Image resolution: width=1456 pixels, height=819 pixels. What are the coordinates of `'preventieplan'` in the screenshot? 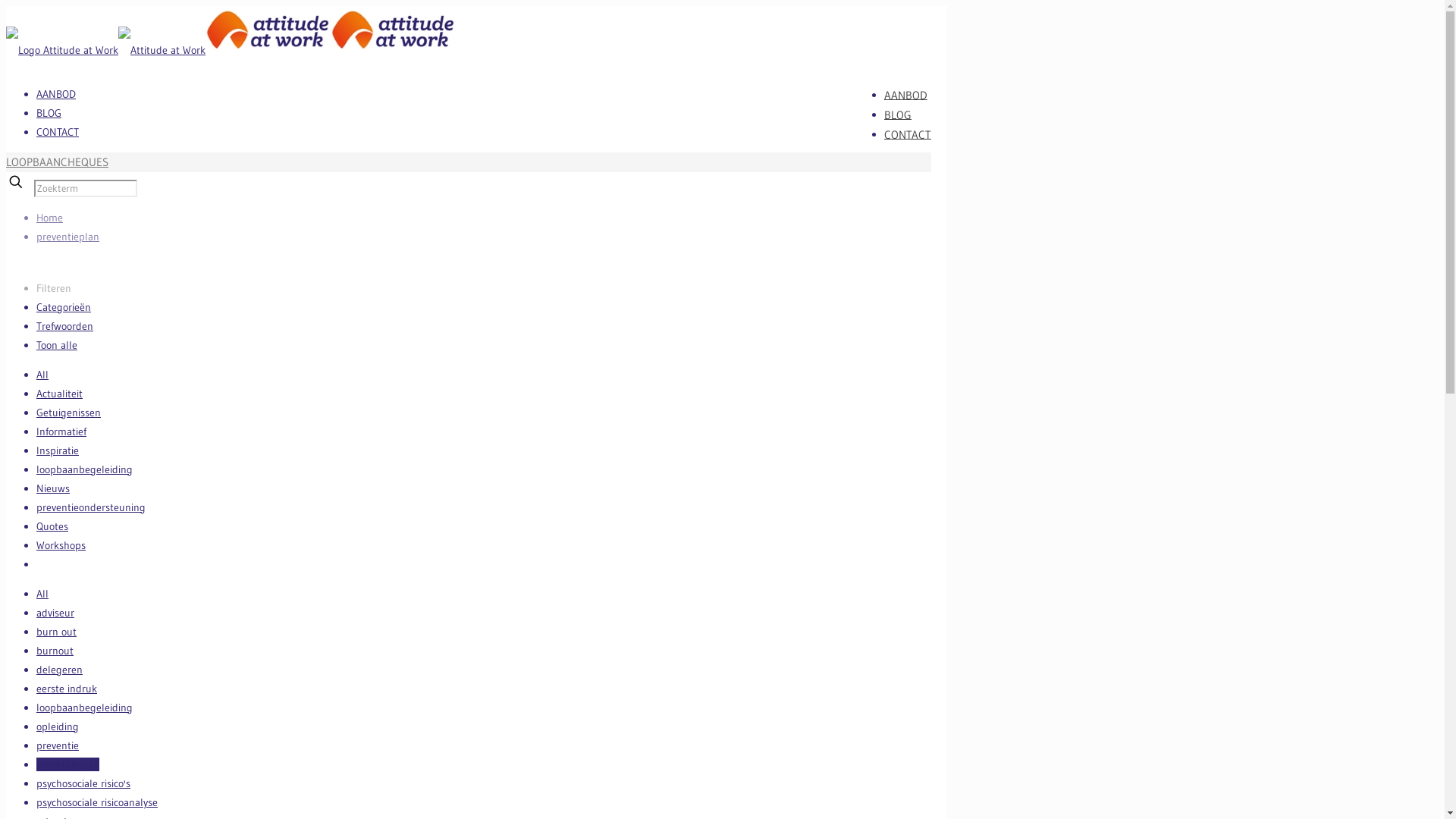 It's located at (67, 237).